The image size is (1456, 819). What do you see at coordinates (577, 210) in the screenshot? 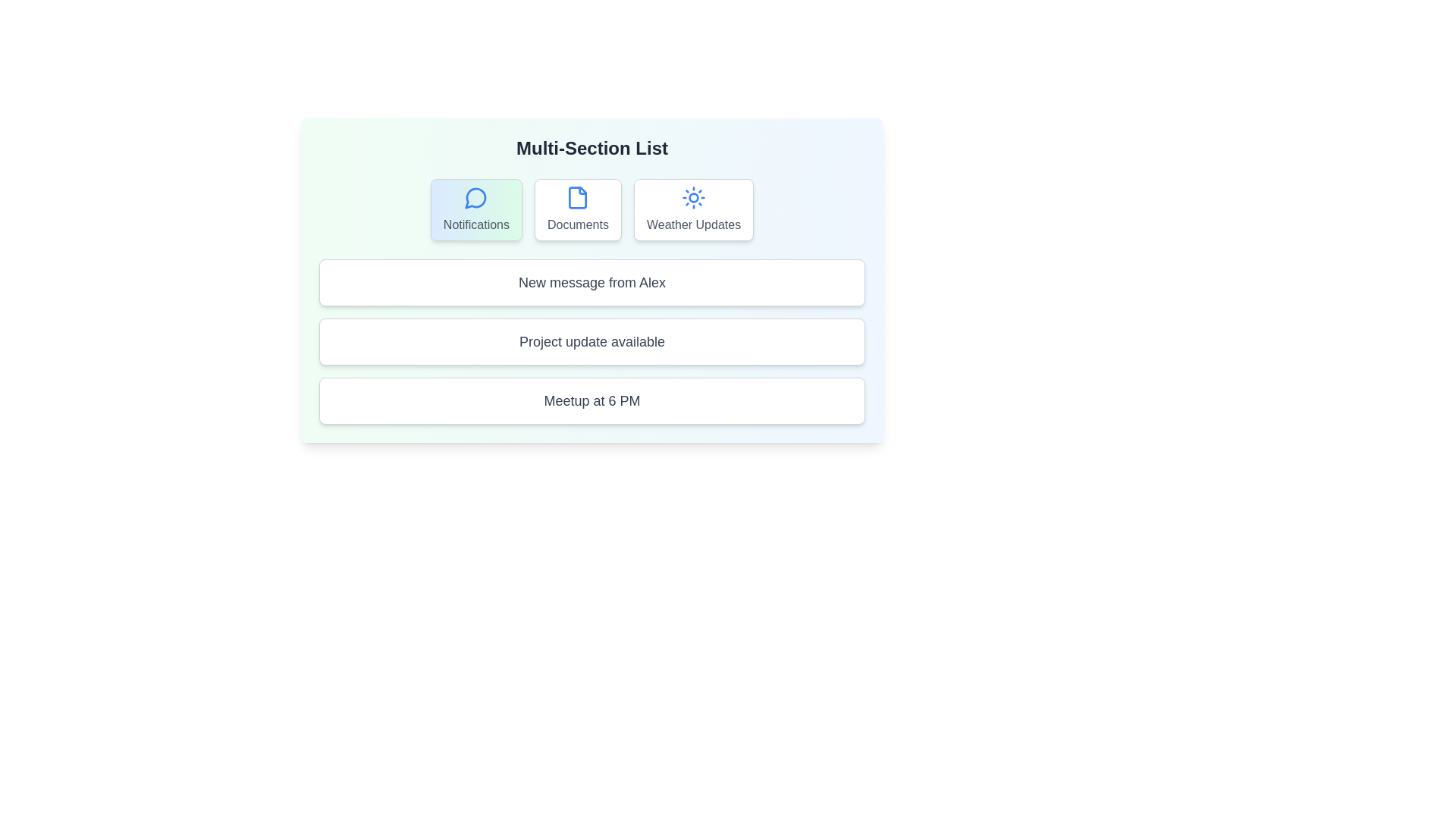
I see `the section or item labeled Documents to observe its hover effect` at bounding box center [577, 210].